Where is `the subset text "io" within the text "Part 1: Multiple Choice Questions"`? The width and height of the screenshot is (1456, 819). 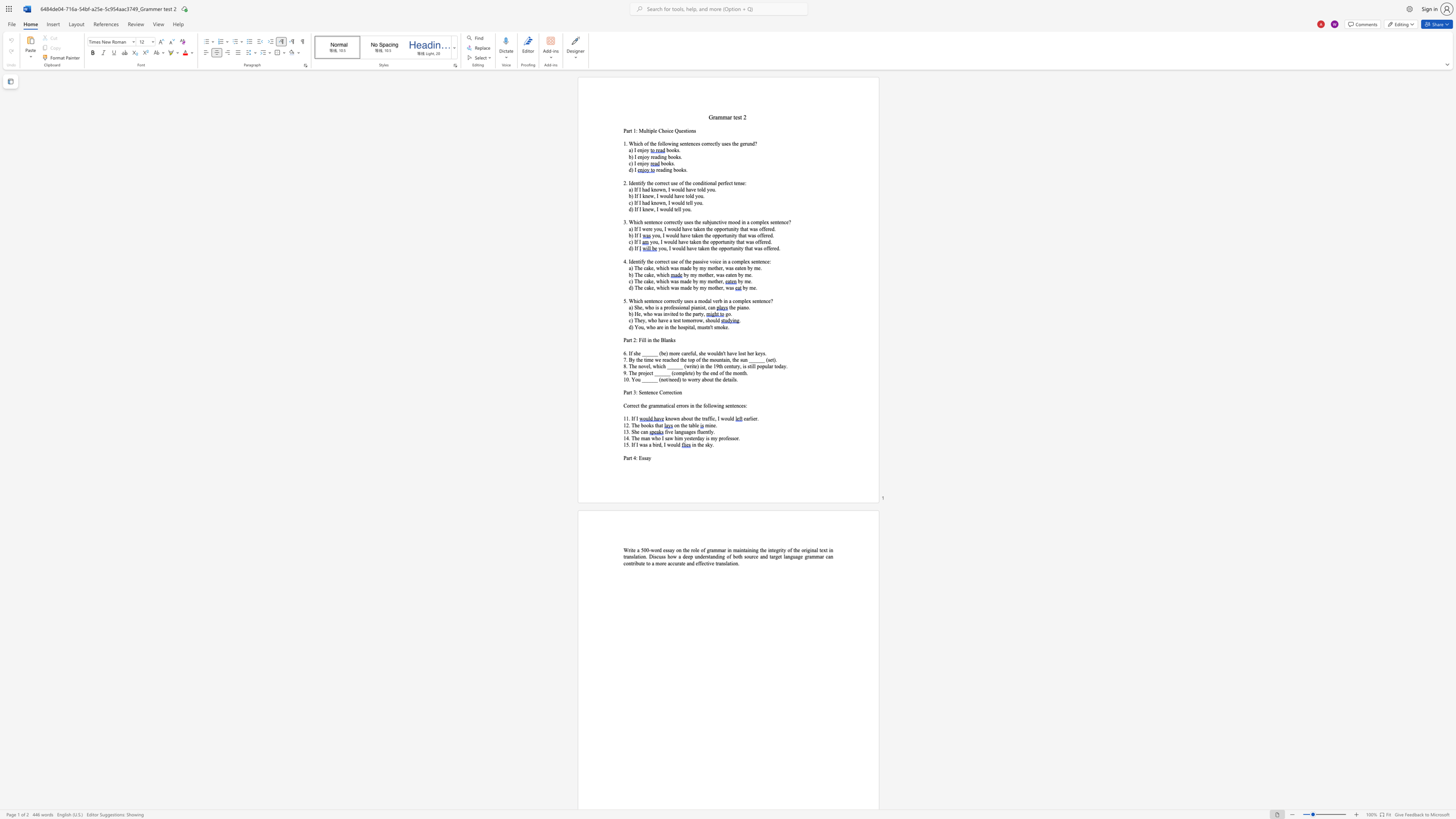
the subset text "io" within the text "Part 1: Multiple Choice Questions" is located at coordinates (687, 130).